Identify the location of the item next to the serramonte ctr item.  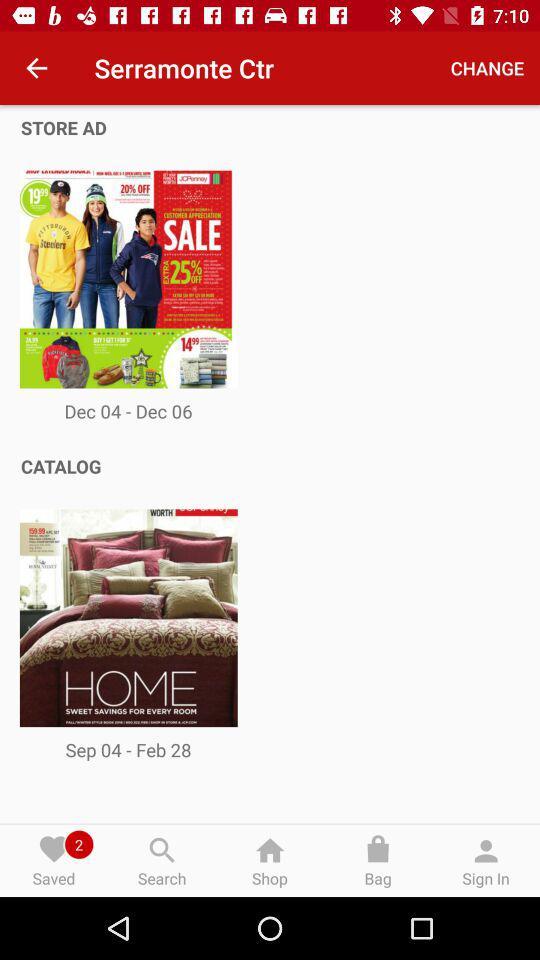
(36, 68).